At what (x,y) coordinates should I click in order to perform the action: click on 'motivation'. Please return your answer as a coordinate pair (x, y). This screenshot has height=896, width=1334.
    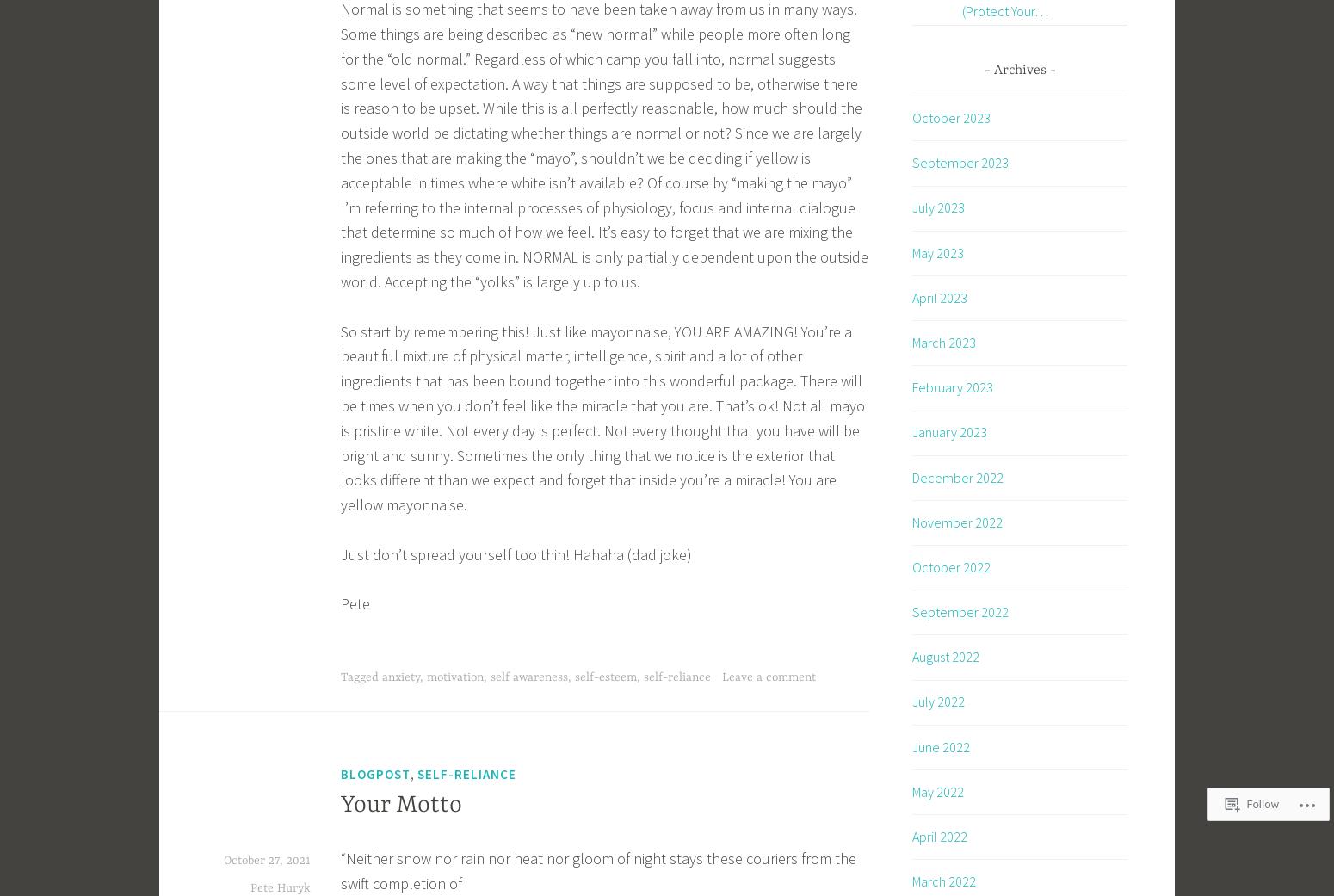
    Looking at the image, I should click on (454, 676).